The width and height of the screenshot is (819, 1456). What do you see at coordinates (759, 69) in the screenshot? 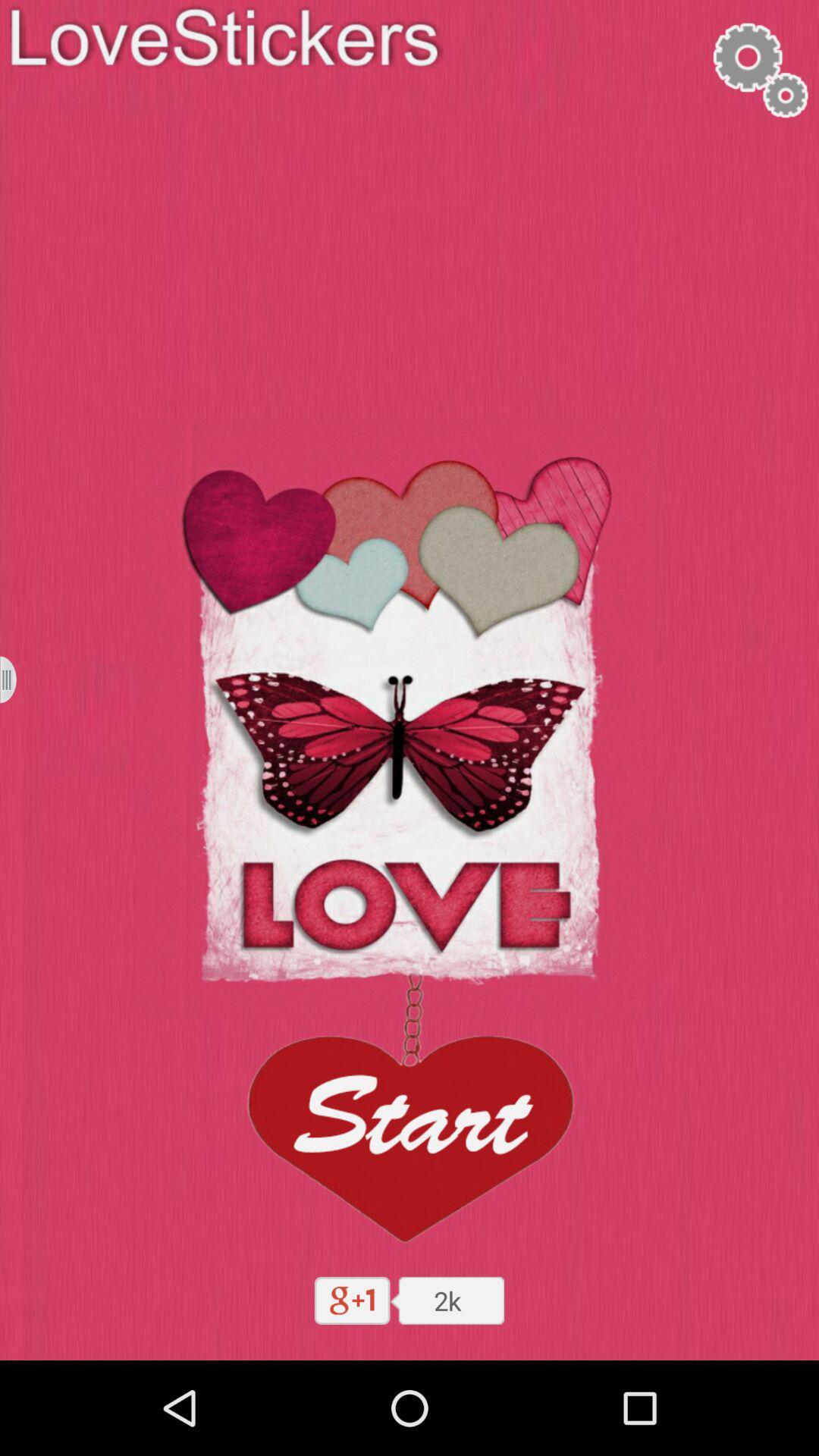
I see `settings symbol` at bounding box center [759, 69].